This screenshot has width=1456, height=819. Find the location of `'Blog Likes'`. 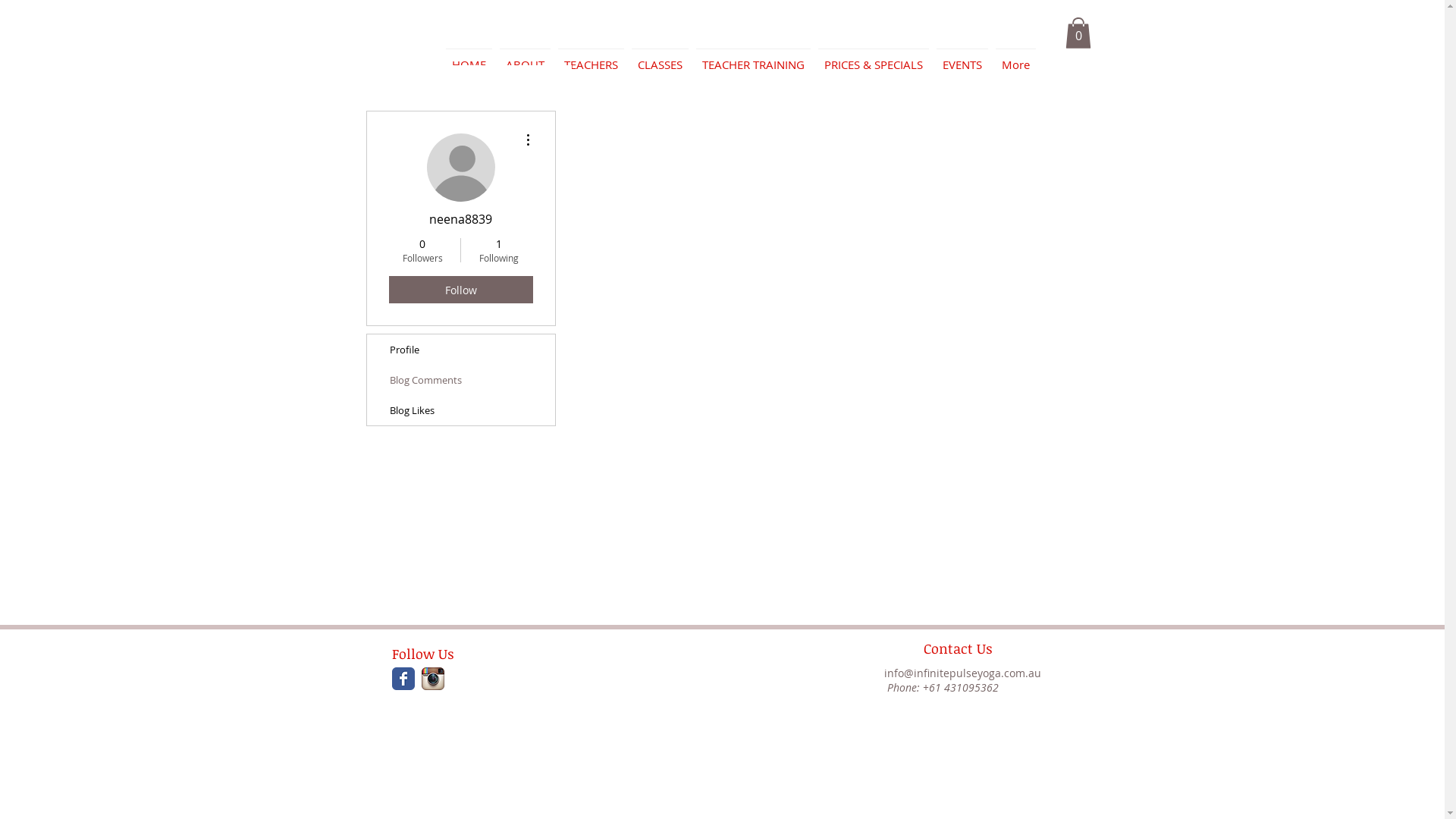

'Blog Likes' is located at coordinates (460, 409).